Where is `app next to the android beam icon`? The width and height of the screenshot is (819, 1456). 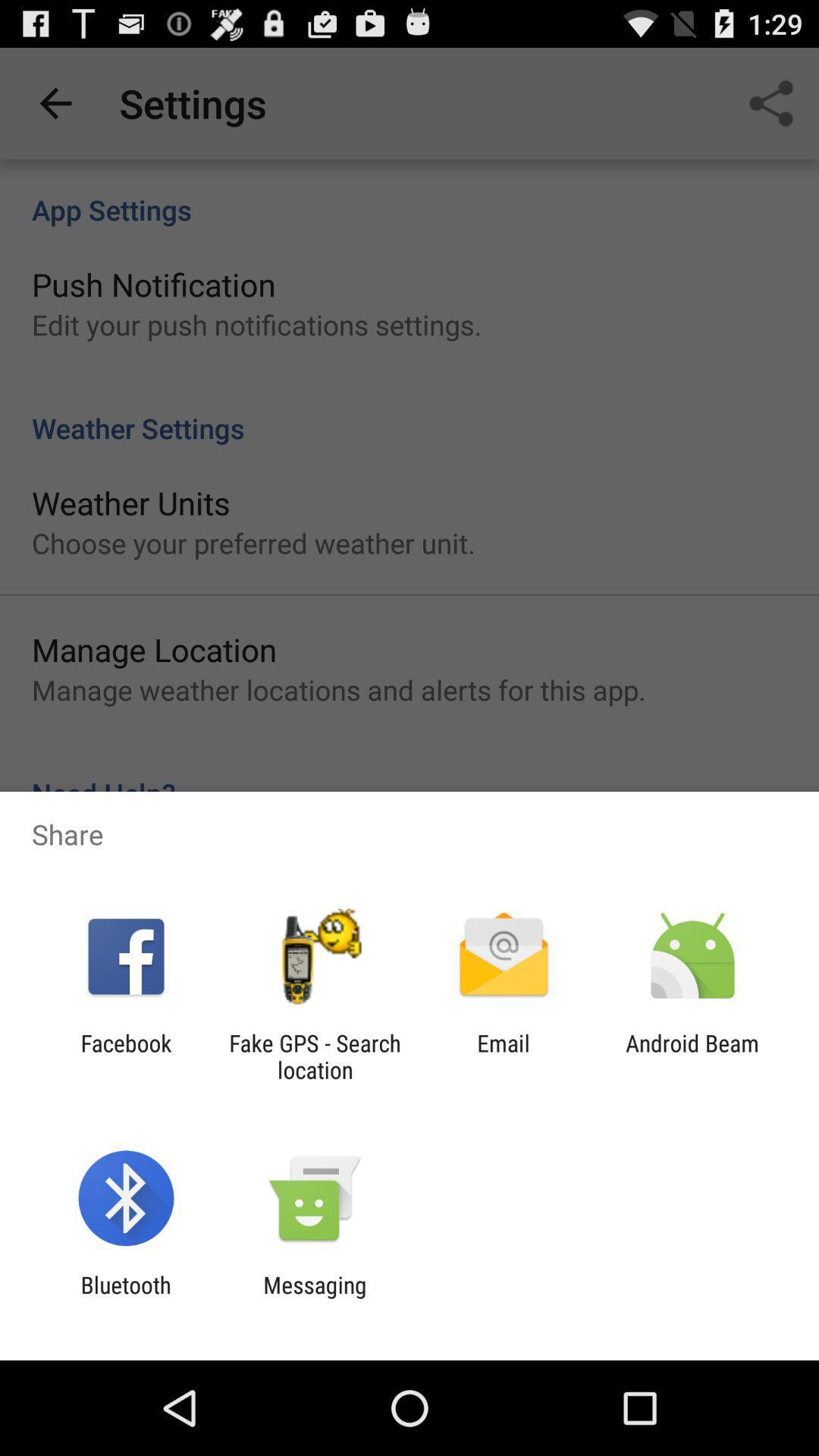 app next to the android beam icon is located at coordinates (504, 1056).